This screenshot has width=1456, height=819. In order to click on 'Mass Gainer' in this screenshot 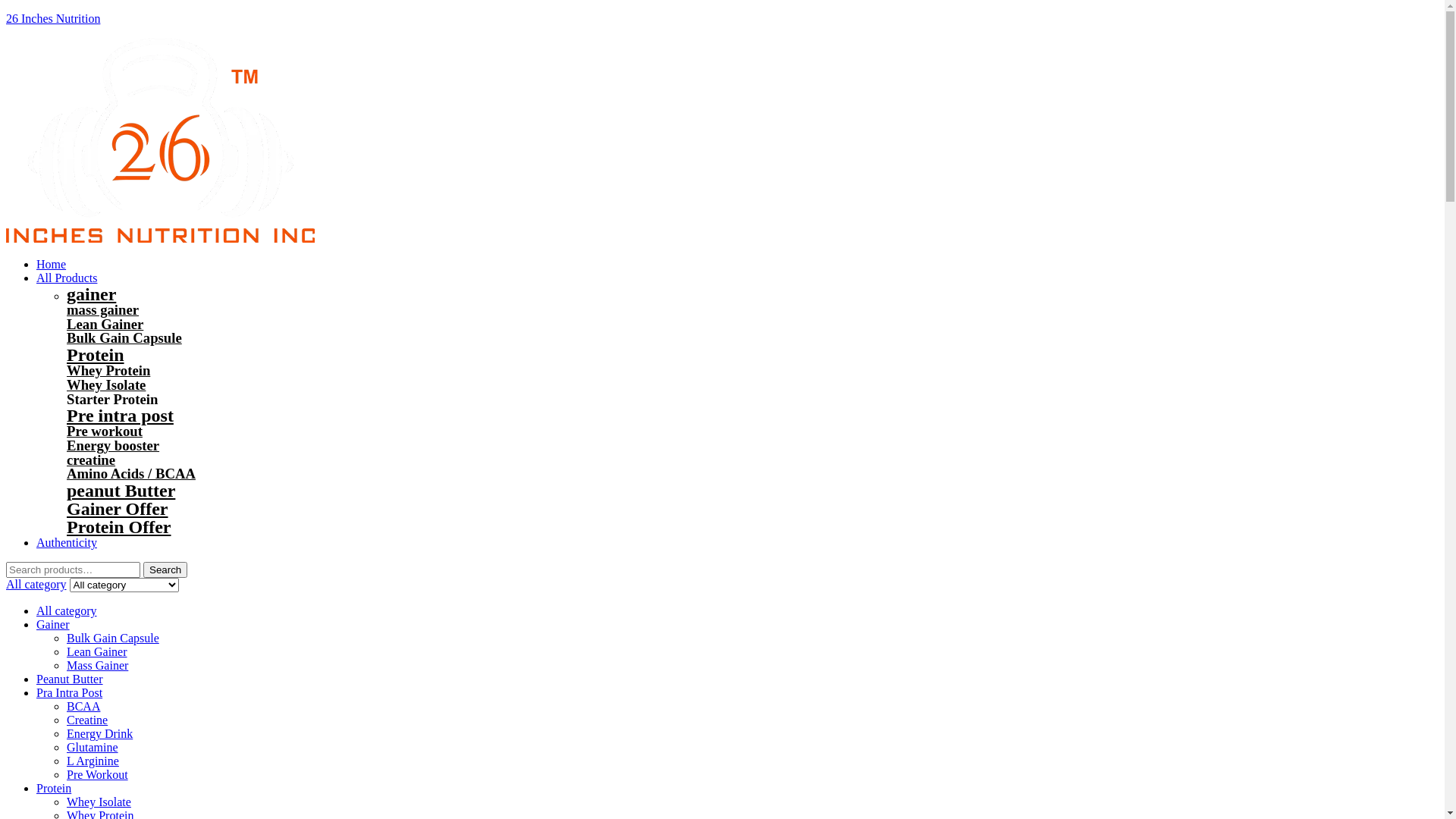, I will do `click(96, 664)`.